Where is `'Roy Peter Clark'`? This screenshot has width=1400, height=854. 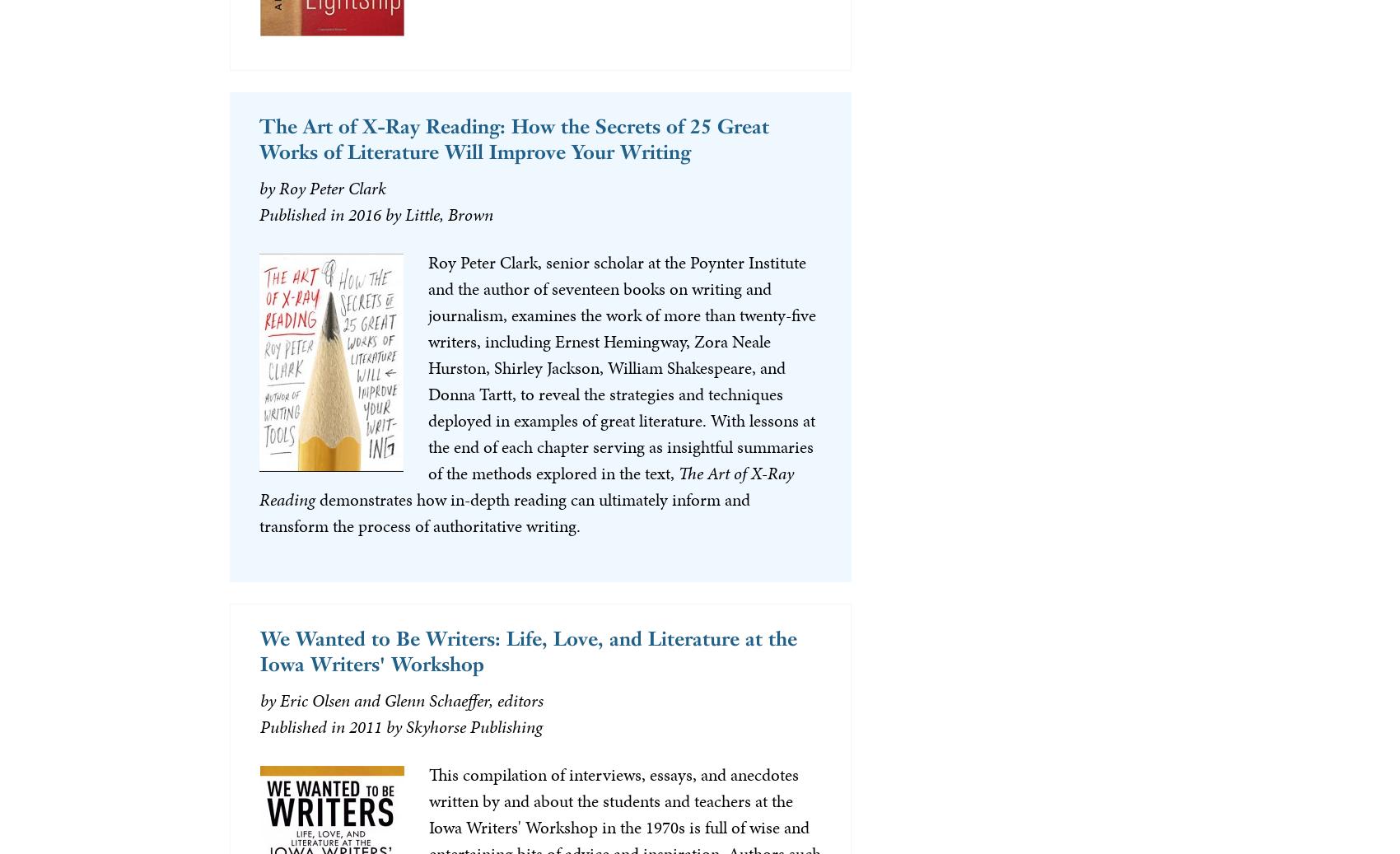 'Roy Peter Clark' is located at coordinates (331, 187).